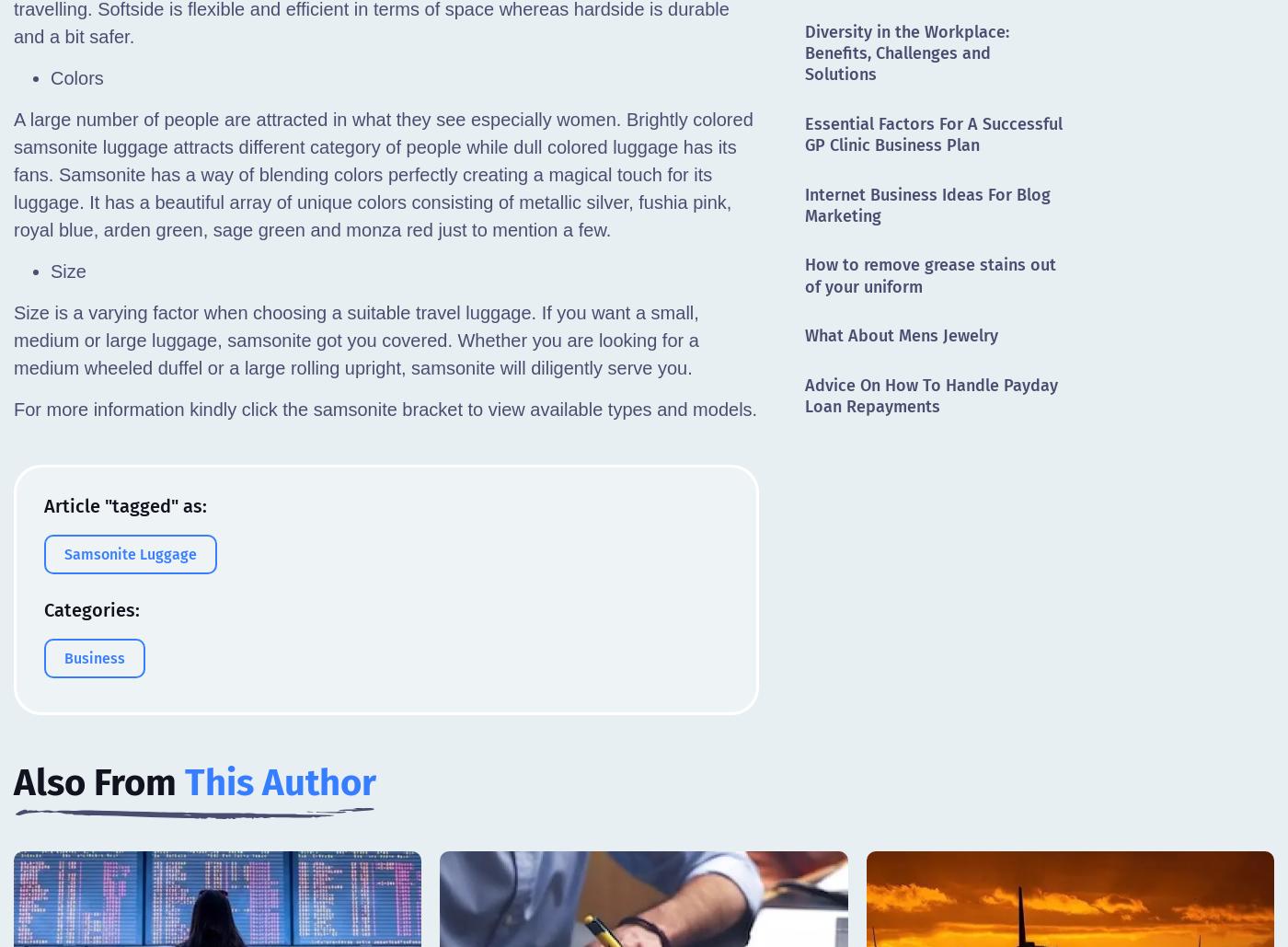 This screenshot has width=1288, height=947. What do you see at coordinates (383, 174) in the screenshot?
I see `'A large number of people are attracted in what they see especially women. Brightly colored samsonite luggage attracts different category of people while dull colored luggage has its fans. Samsonite has a way of blending colors perfectly creating a magical touch for its luggage. It has a beautiful array of unique colors consisting of metallic silver, fushia pink, royal blue, arden green, sage green and monza red just to mention a few.'` at bounding box center [383, 174].